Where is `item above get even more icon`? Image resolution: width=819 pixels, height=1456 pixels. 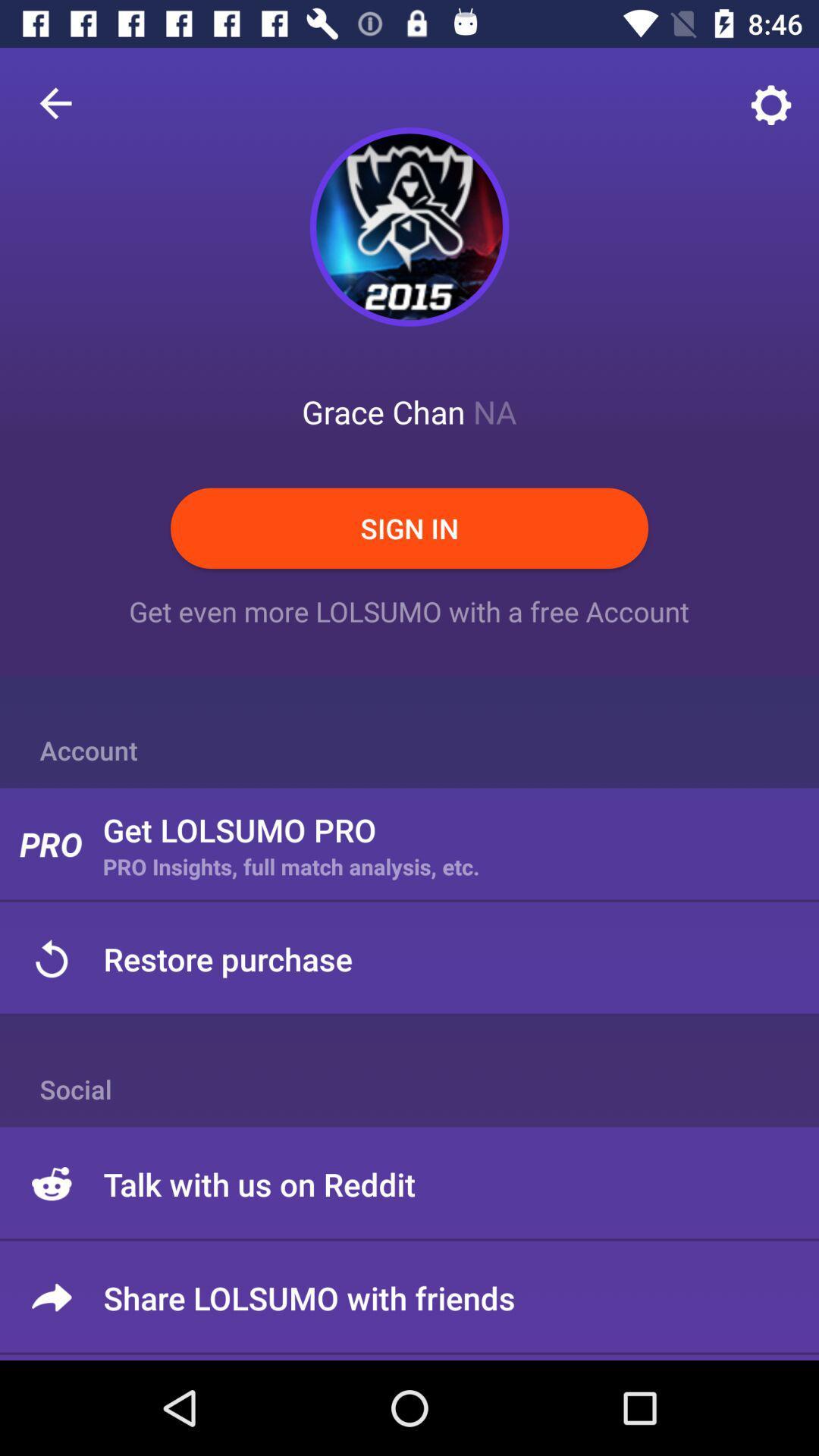 item above get even more icon is located at coordinates (409, 528).